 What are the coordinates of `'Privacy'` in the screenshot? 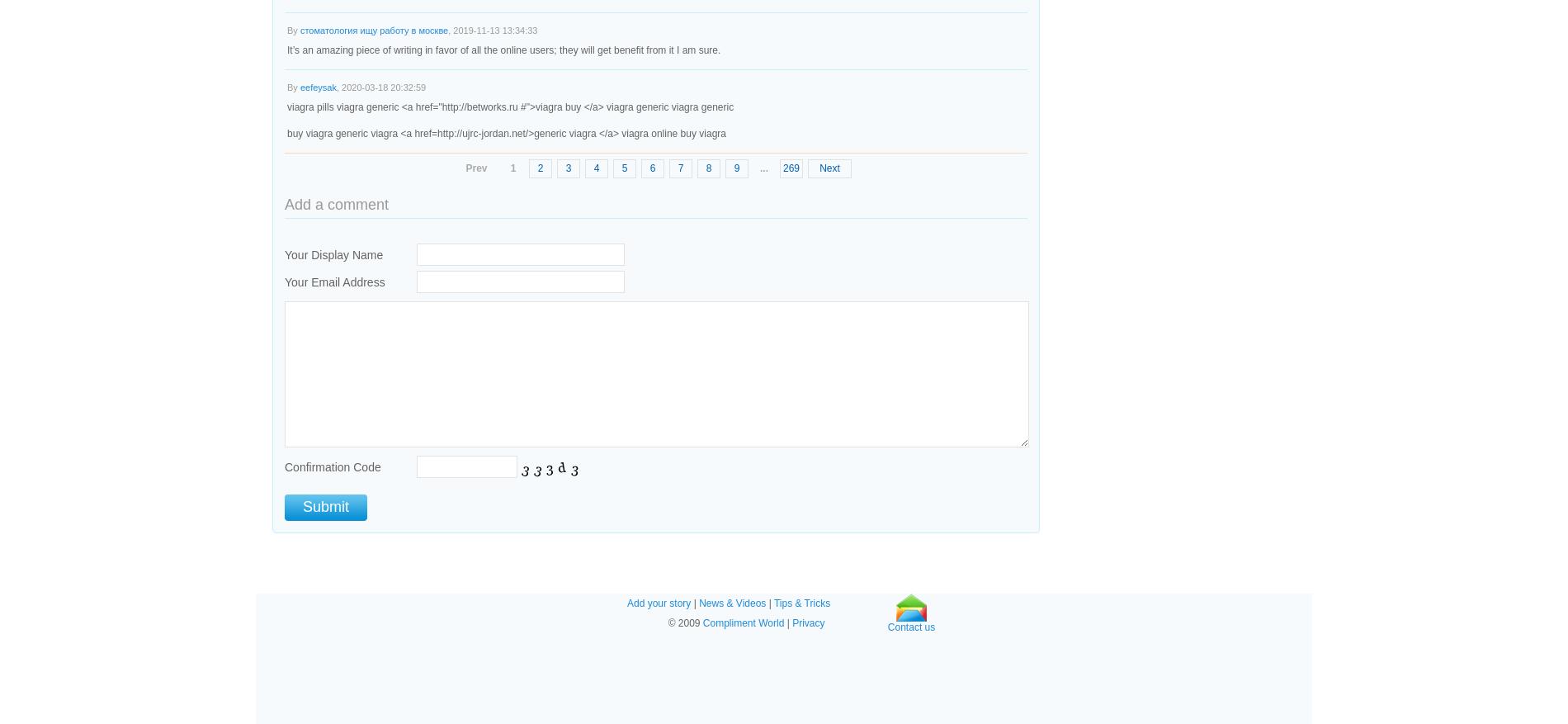 It's located at (808, 623).